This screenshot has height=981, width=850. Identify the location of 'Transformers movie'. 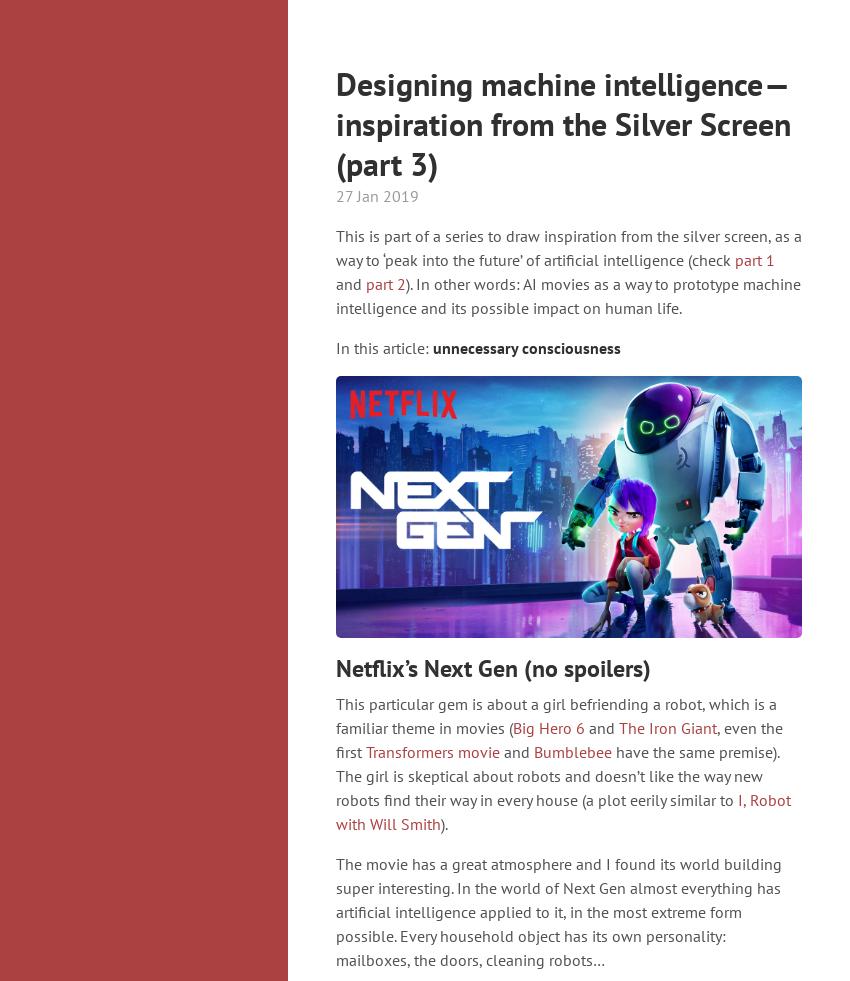
(431, 752).